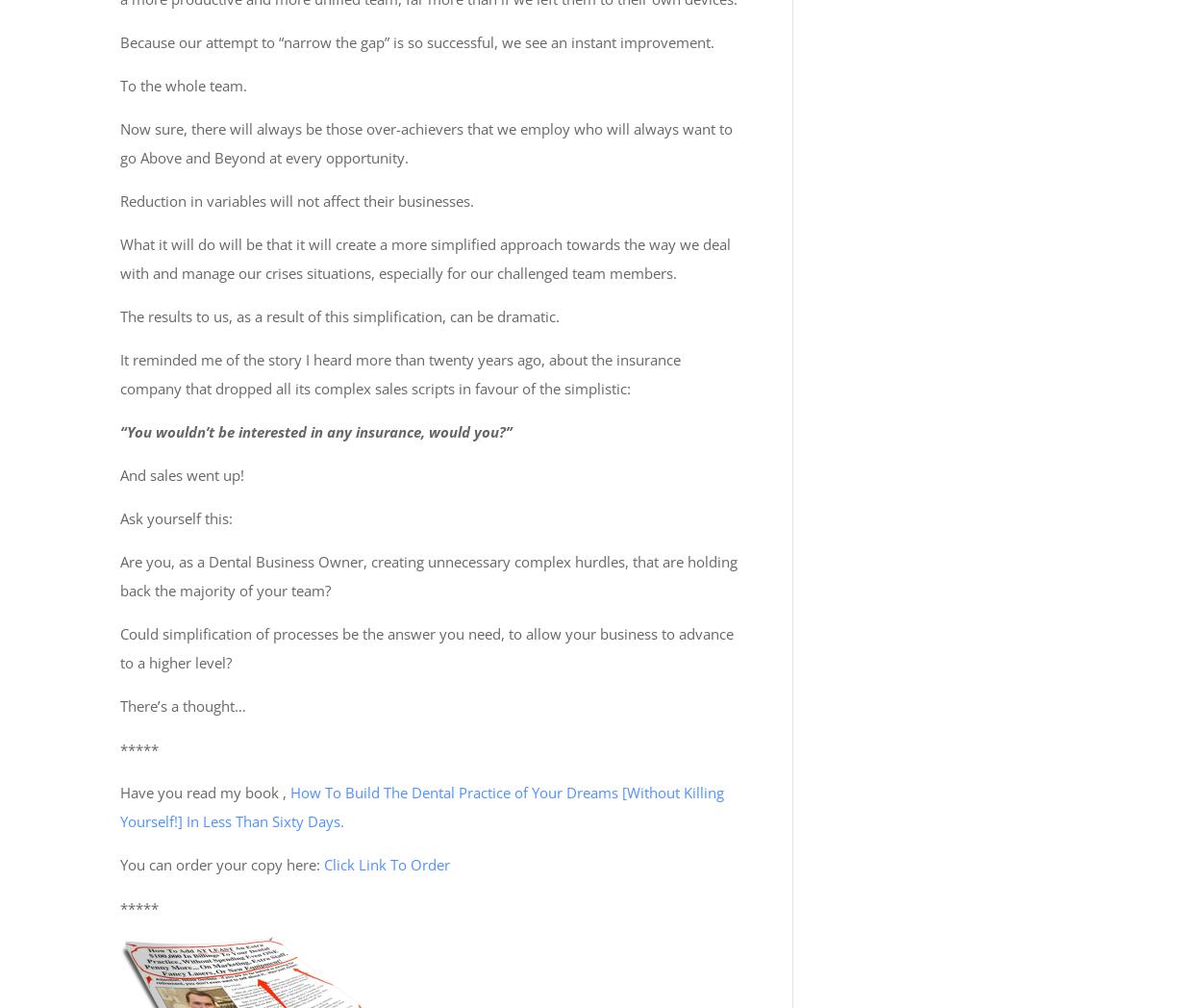 This screenshot has width=1202, height=1008. What do you see at coordinates (221, 863) in the screenshot?
I see `'You can order your copy here:'` at bounding box center [221, 863].